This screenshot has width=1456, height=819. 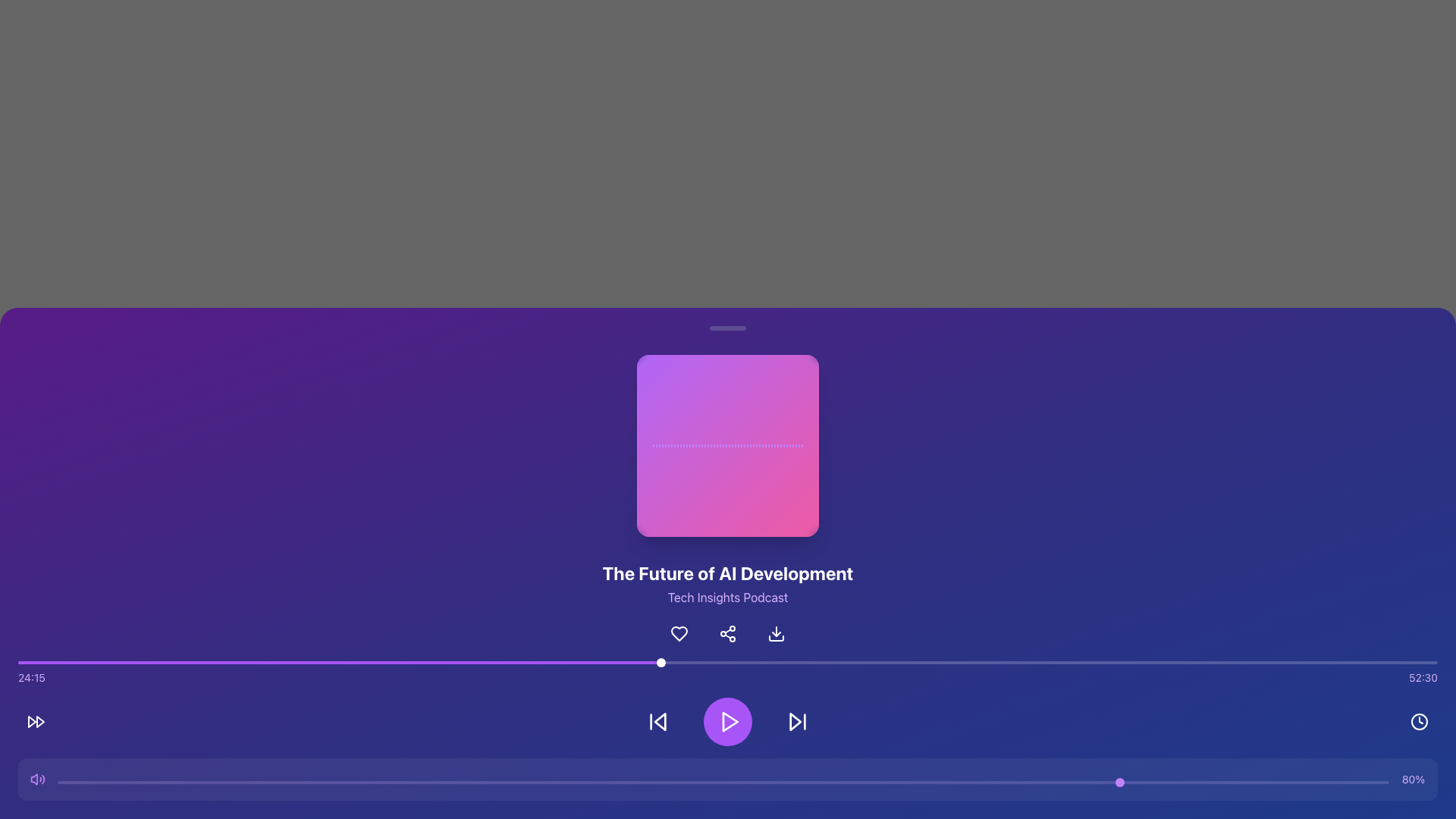 What do you see at coordinates (658, 721) in the screenshot?
I see `the leftmost 'skip back' button in the media player interface` at bounding box center [658, 721].